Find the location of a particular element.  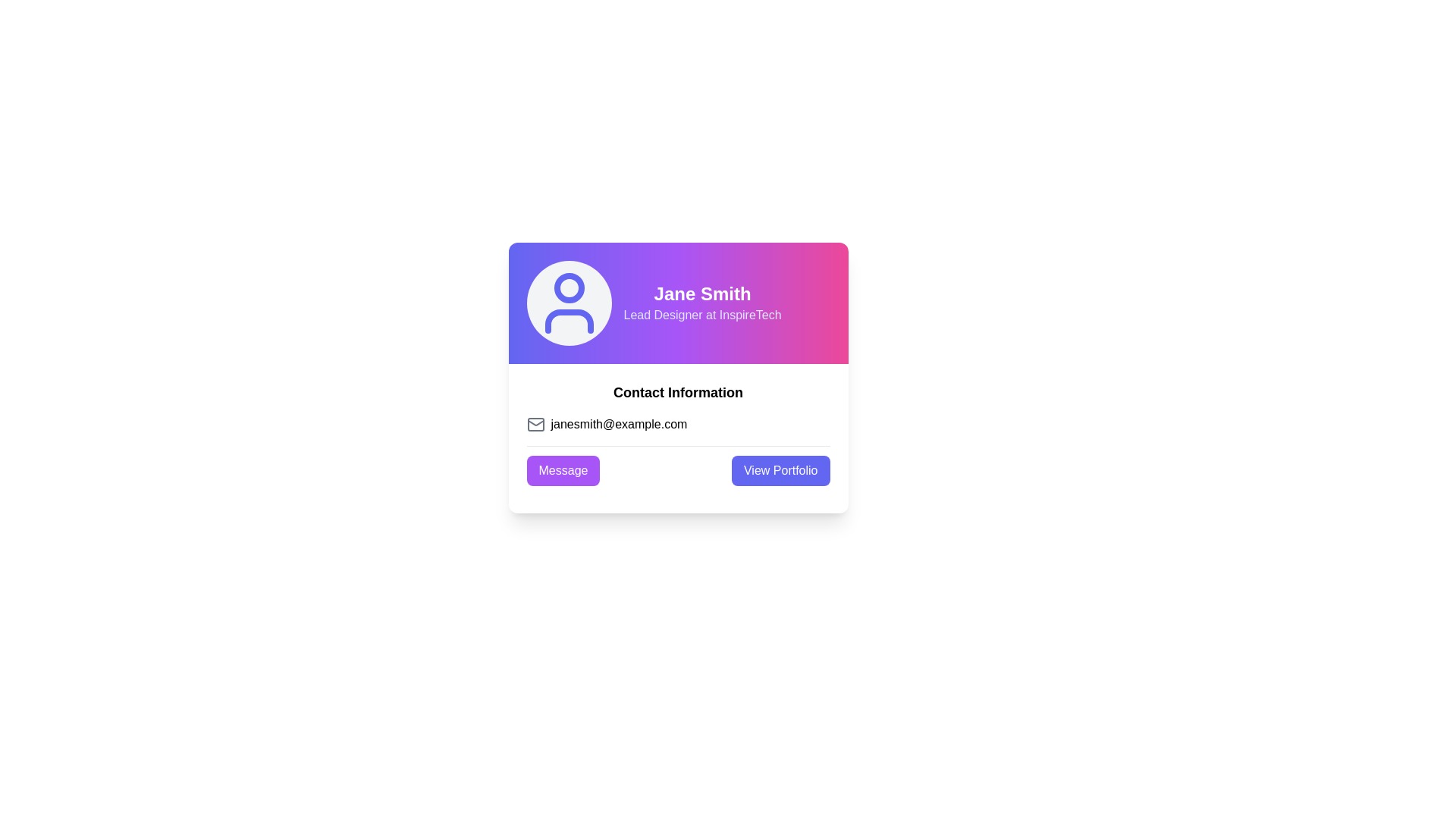

the text label displaying the user's email address located below the 'Contact Information' heading and above the 'Message' and 'View Portfolio' buttons is located at coordinates (677, 424).